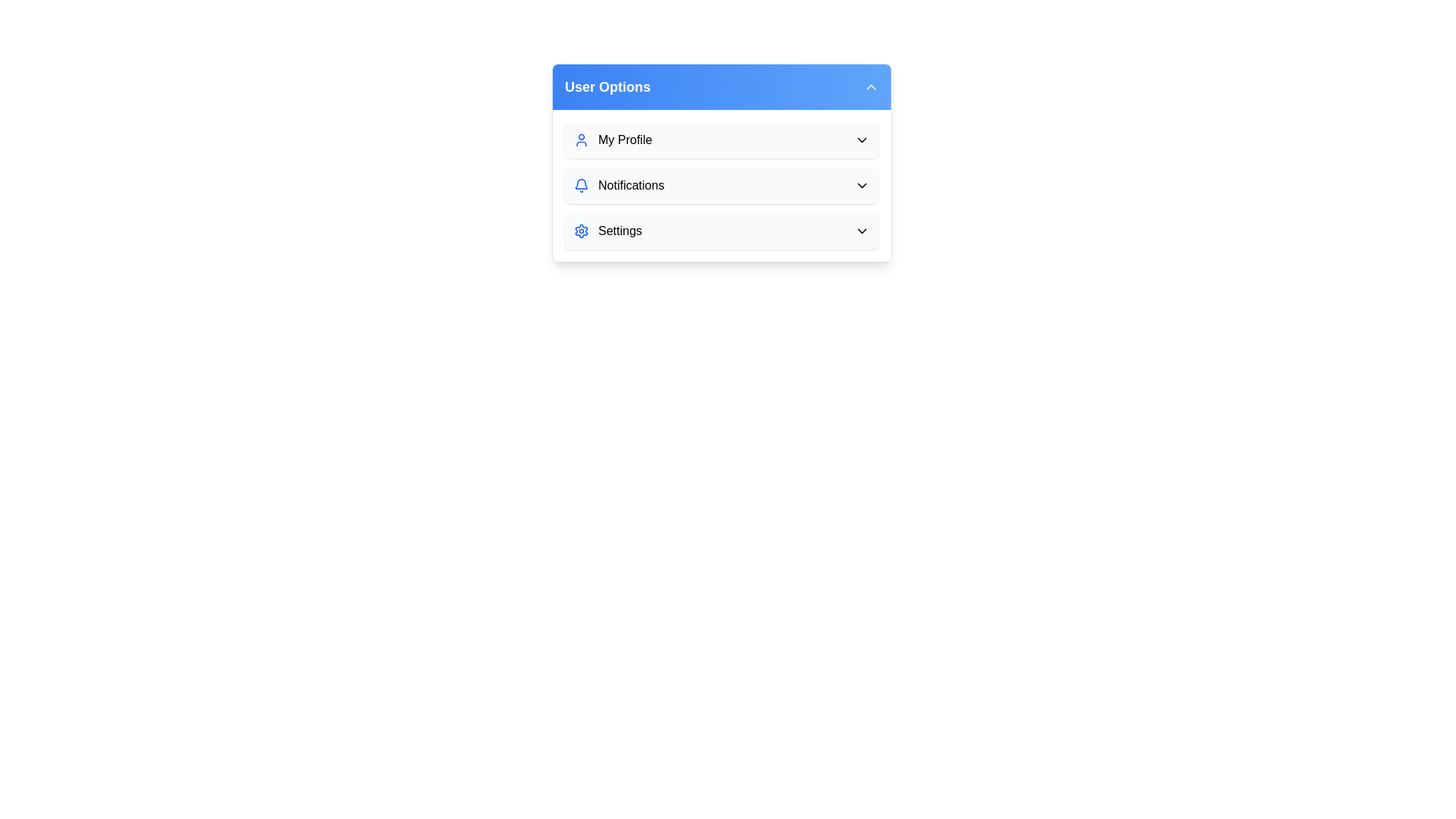 The width and height of the screenshot is (1456, 819). What do you see at coordinates (871, 87) in the screenshot?
I see `the toggle button located in the top-right corner of the blue header bar labeled 'User Options'` at bounding box center [871, 87].